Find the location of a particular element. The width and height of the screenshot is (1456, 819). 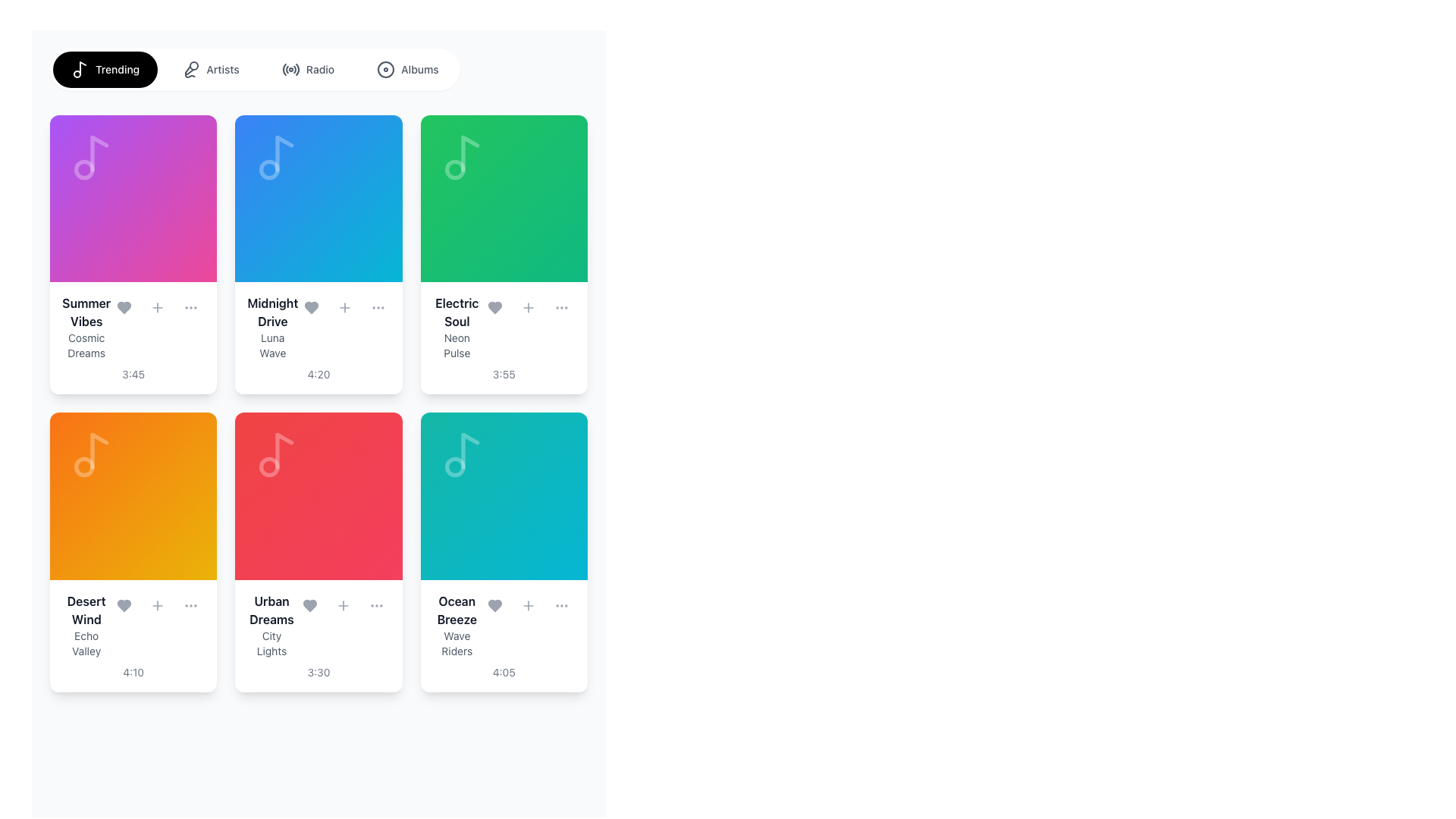

the text label indicating the duration or time-related information for the 'Midnight Drive' album, located in the second card of the first row in the grid layout is located at coordinates (318, 375).